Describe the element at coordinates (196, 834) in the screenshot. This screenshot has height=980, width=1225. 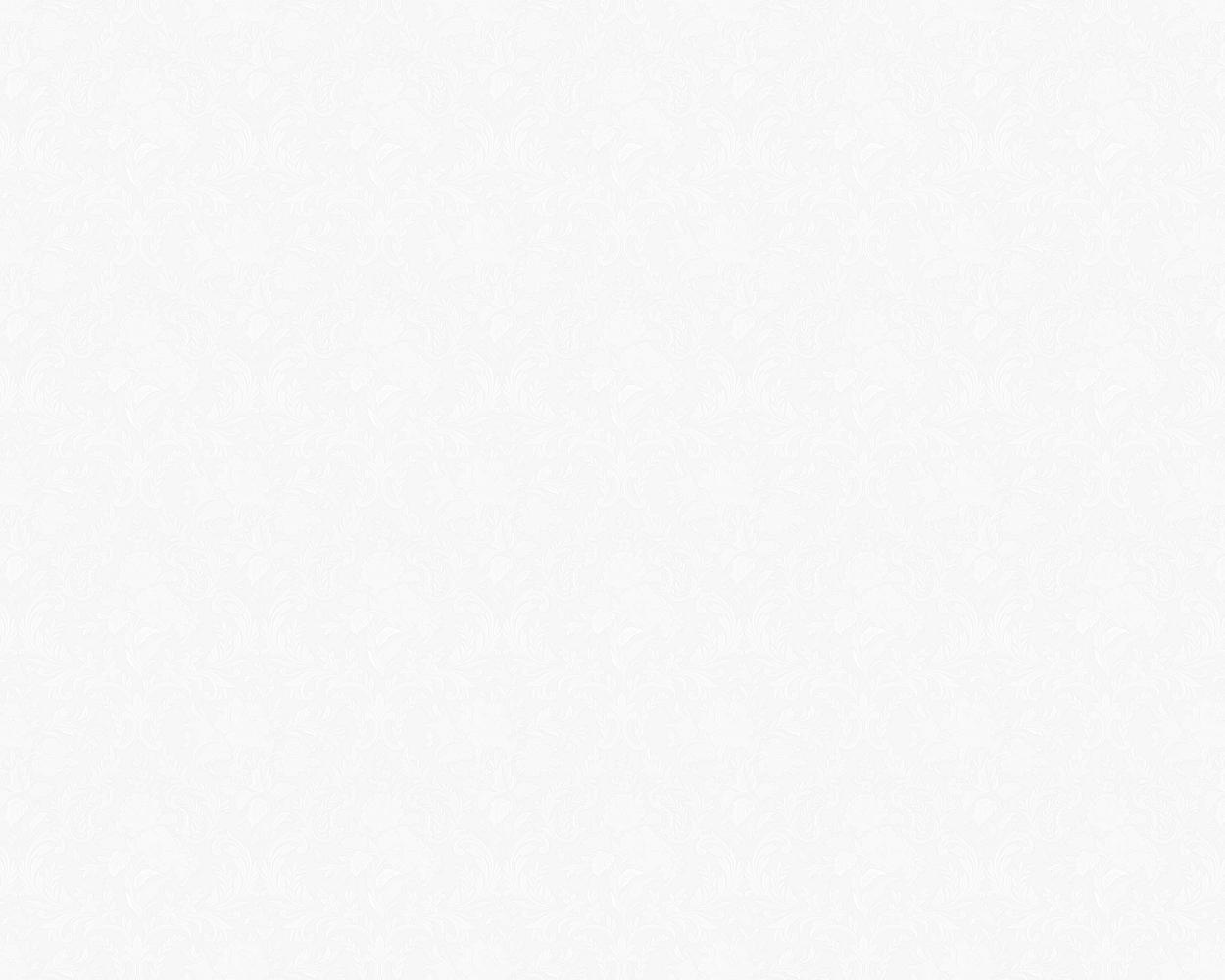
I see `'Tattoo In Japan'` at that location.